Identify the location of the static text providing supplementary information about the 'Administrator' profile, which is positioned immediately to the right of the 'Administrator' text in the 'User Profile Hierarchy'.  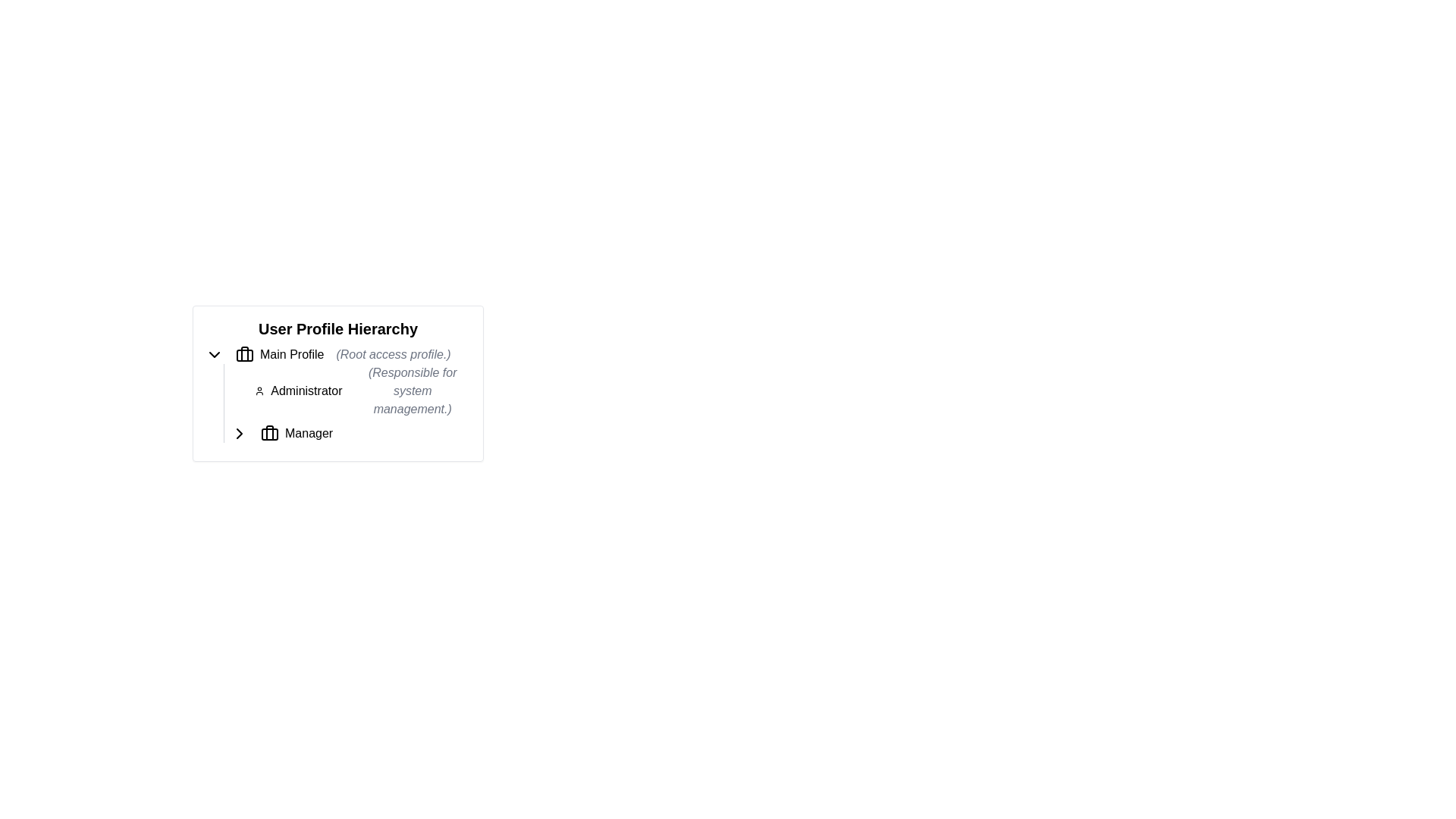
(413, 391).